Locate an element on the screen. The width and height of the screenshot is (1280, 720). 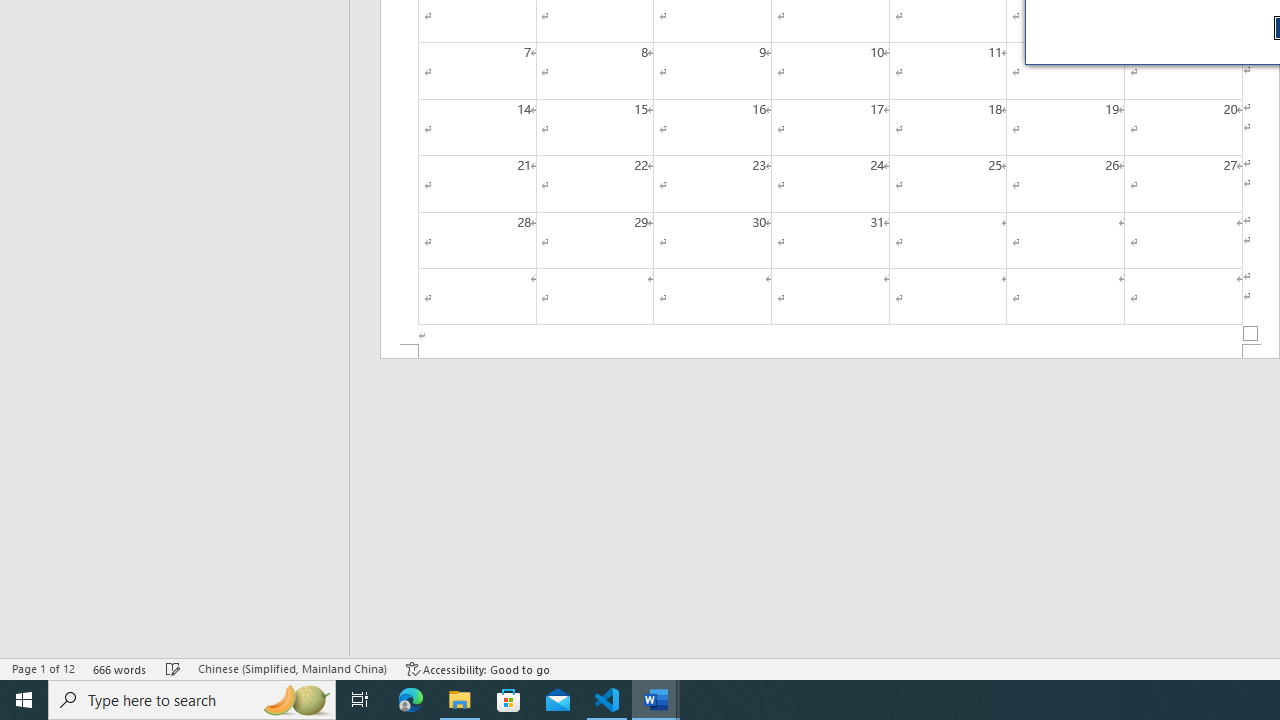
'Footer -Section 1-' is located at coordinates (830, 350).